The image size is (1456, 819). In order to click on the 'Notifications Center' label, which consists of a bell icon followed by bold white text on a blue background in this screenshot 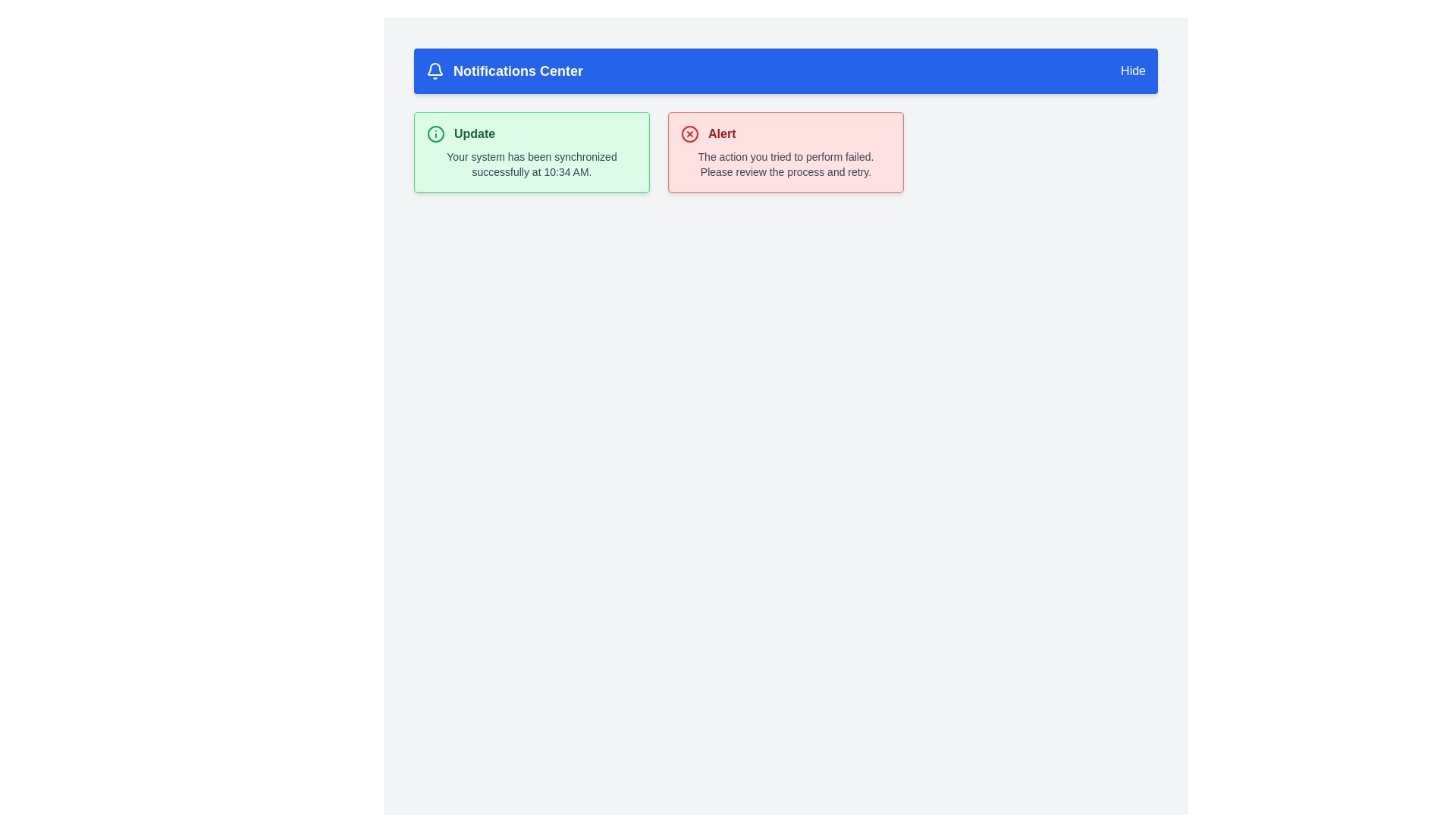, I will do `click(504, 71)`.